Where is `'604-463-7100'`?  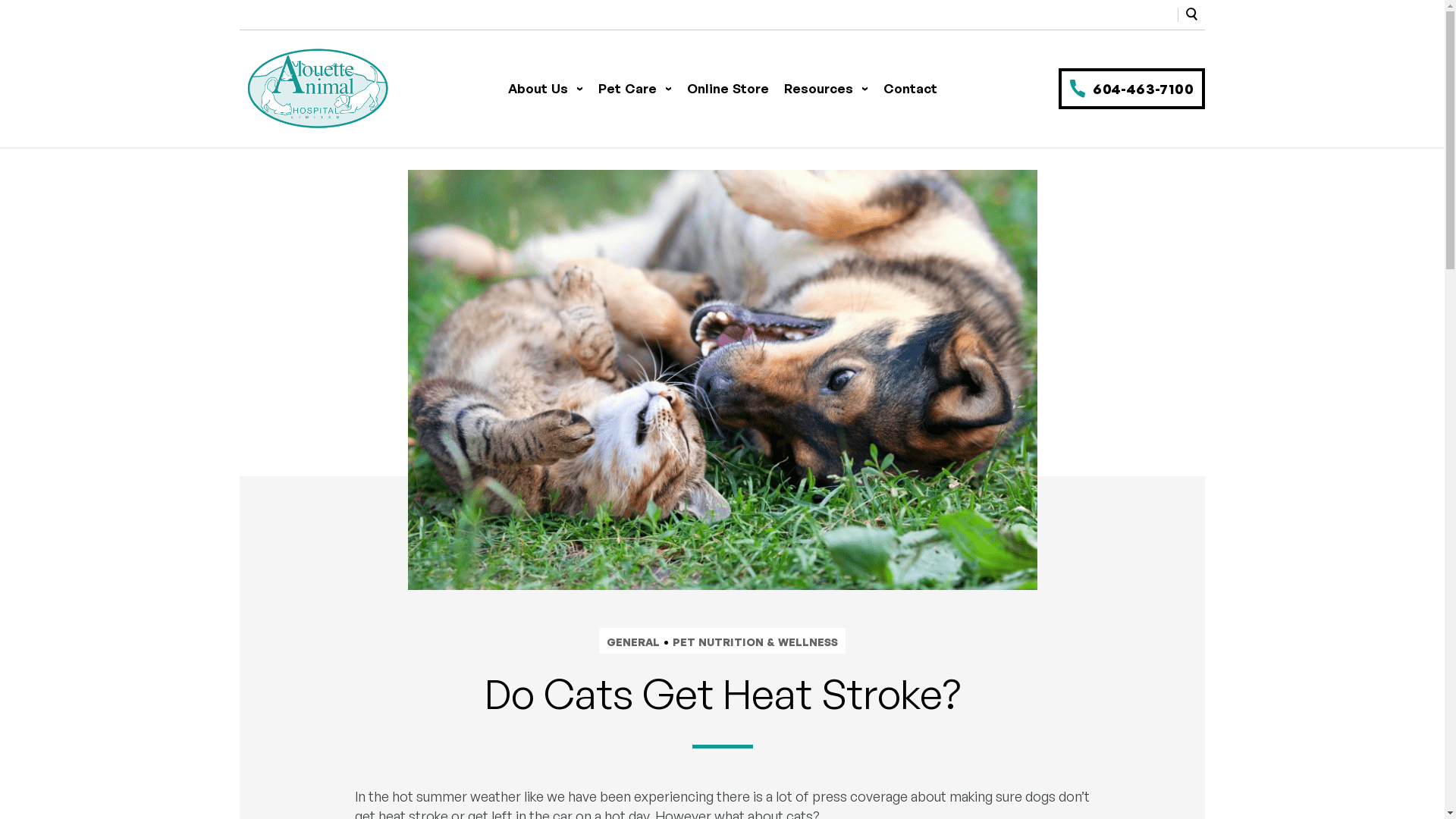 '604-463-7100' is located at coordinates (1131, 88).